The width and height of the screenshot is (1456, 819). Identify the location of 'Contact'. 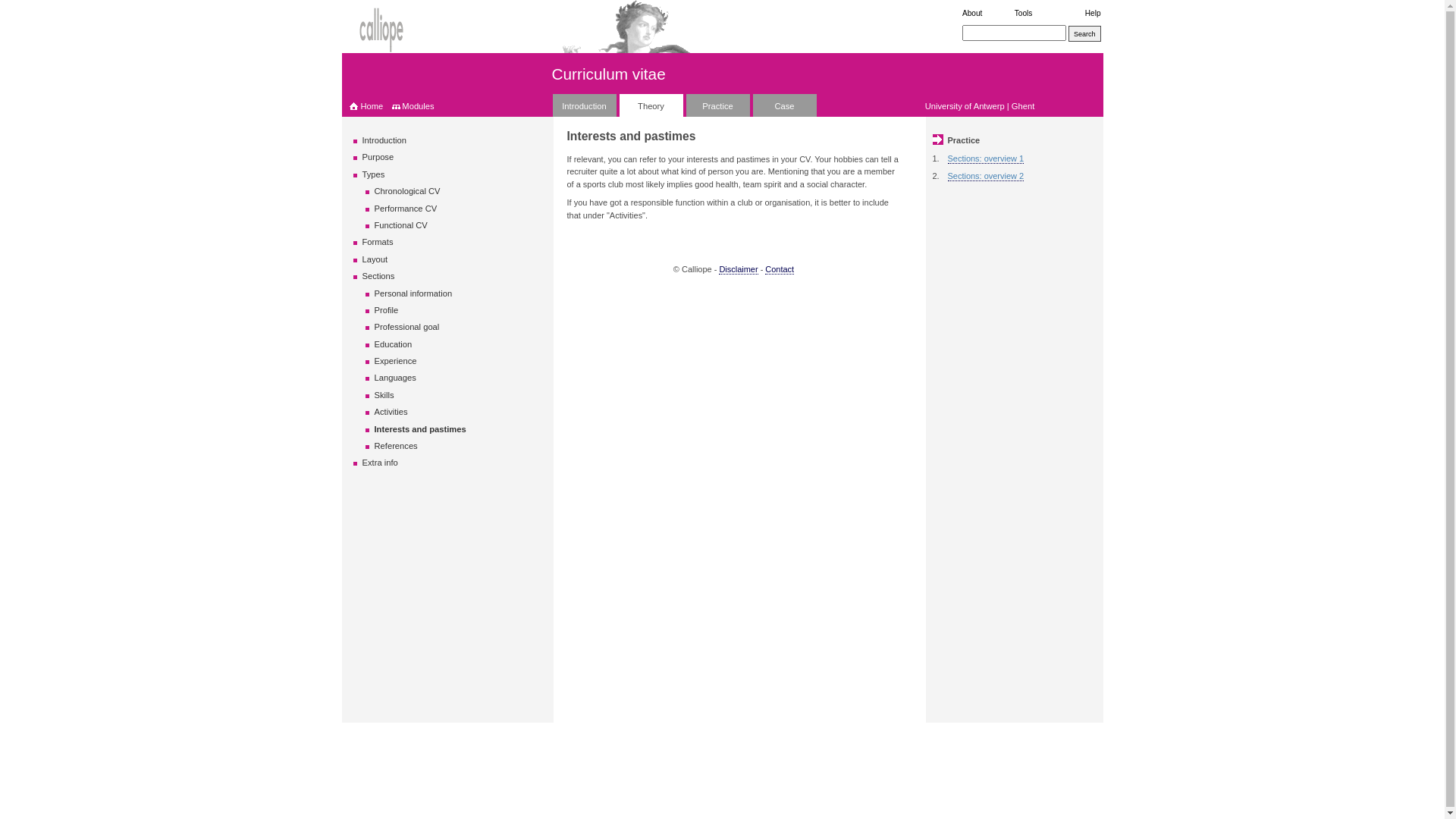
(779, 268).